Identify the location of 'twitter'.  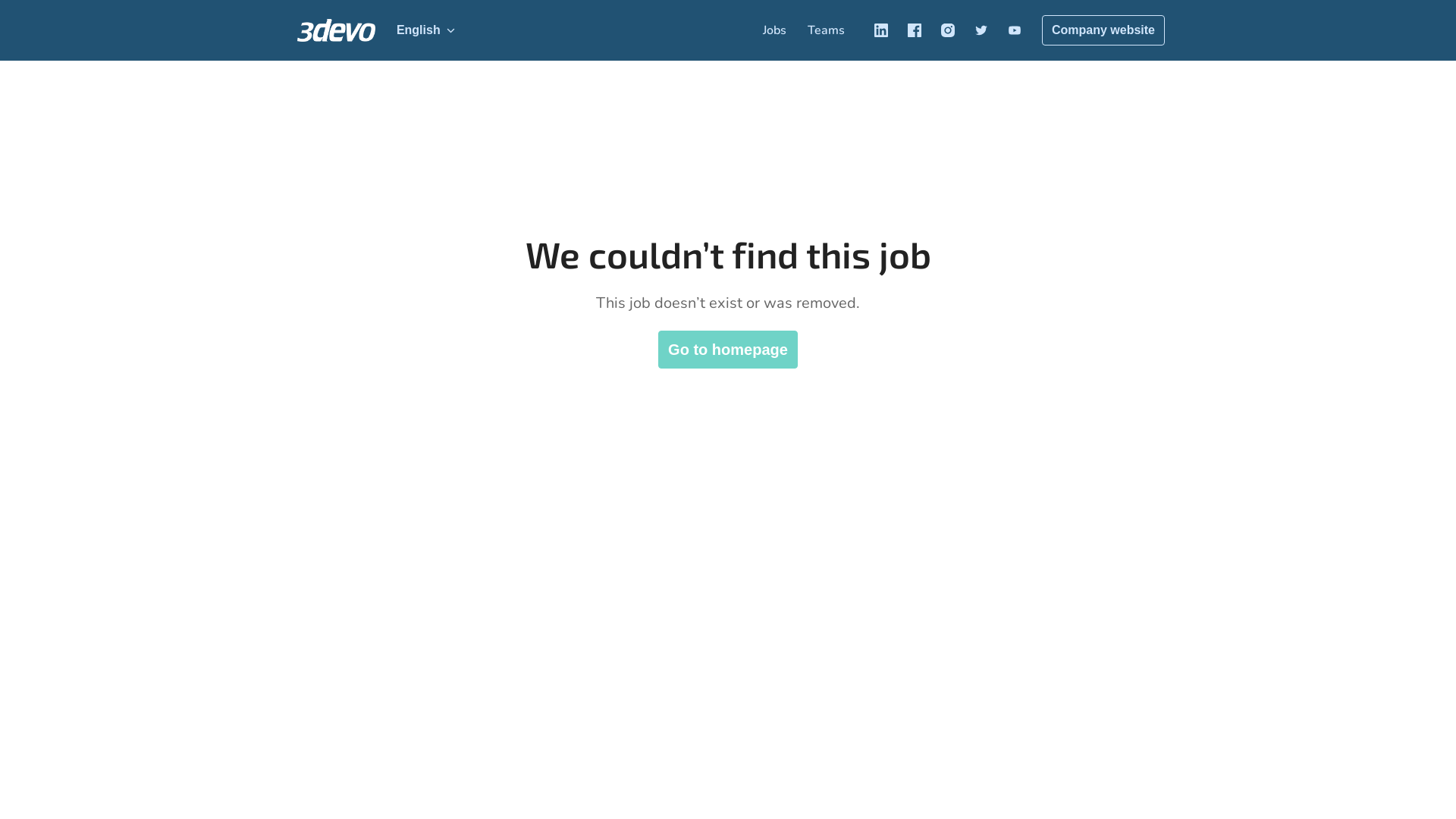
(981, 30).